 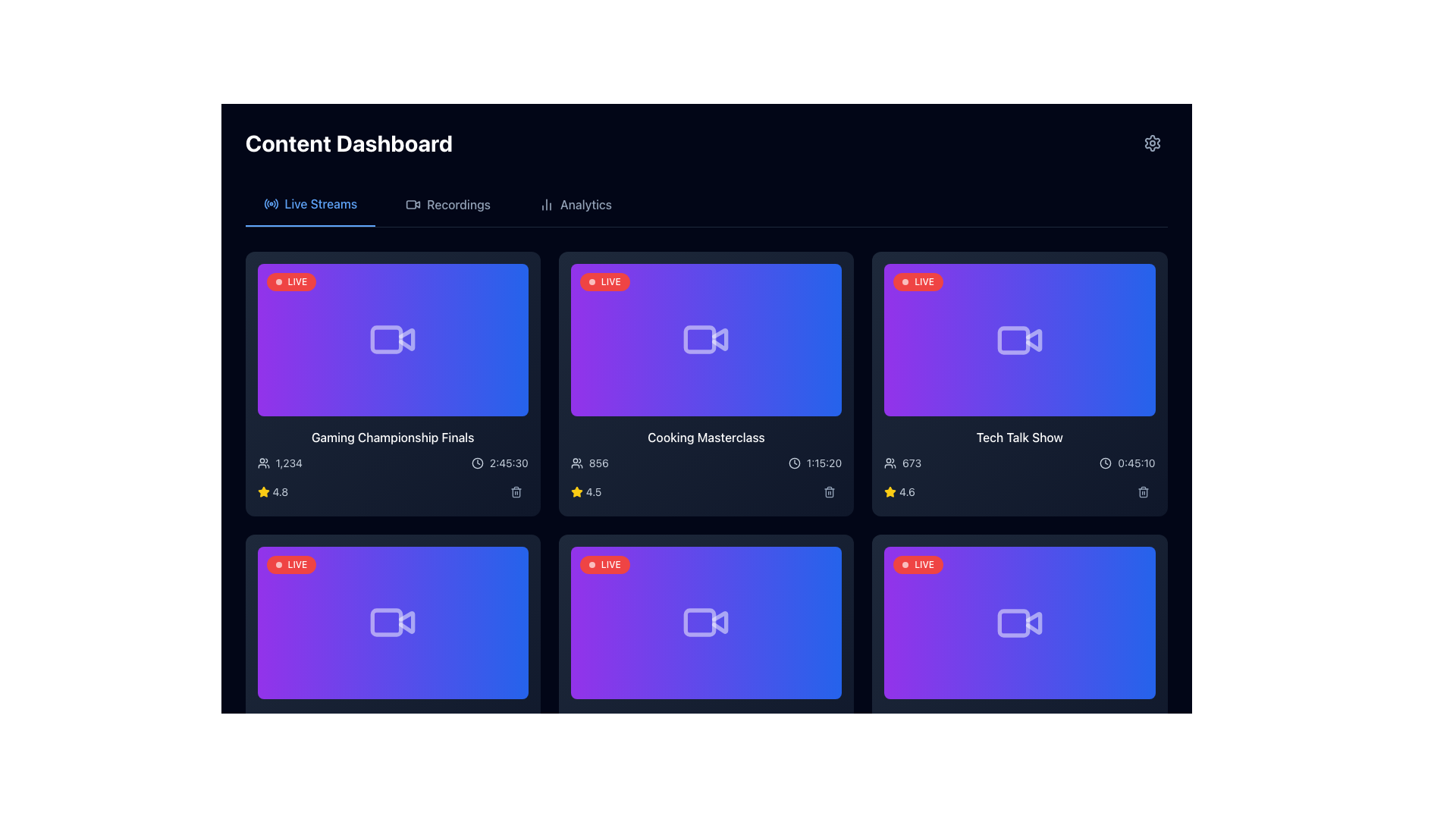 What do you see at coordinates (705, 383) in the screenshot?
I see `the Cooking Masterclass card, which is the second card in the top row of the event grid, positioned between the Gaming Championship Finals and Tech Talk Show cards` at bounding box center [705, 383].